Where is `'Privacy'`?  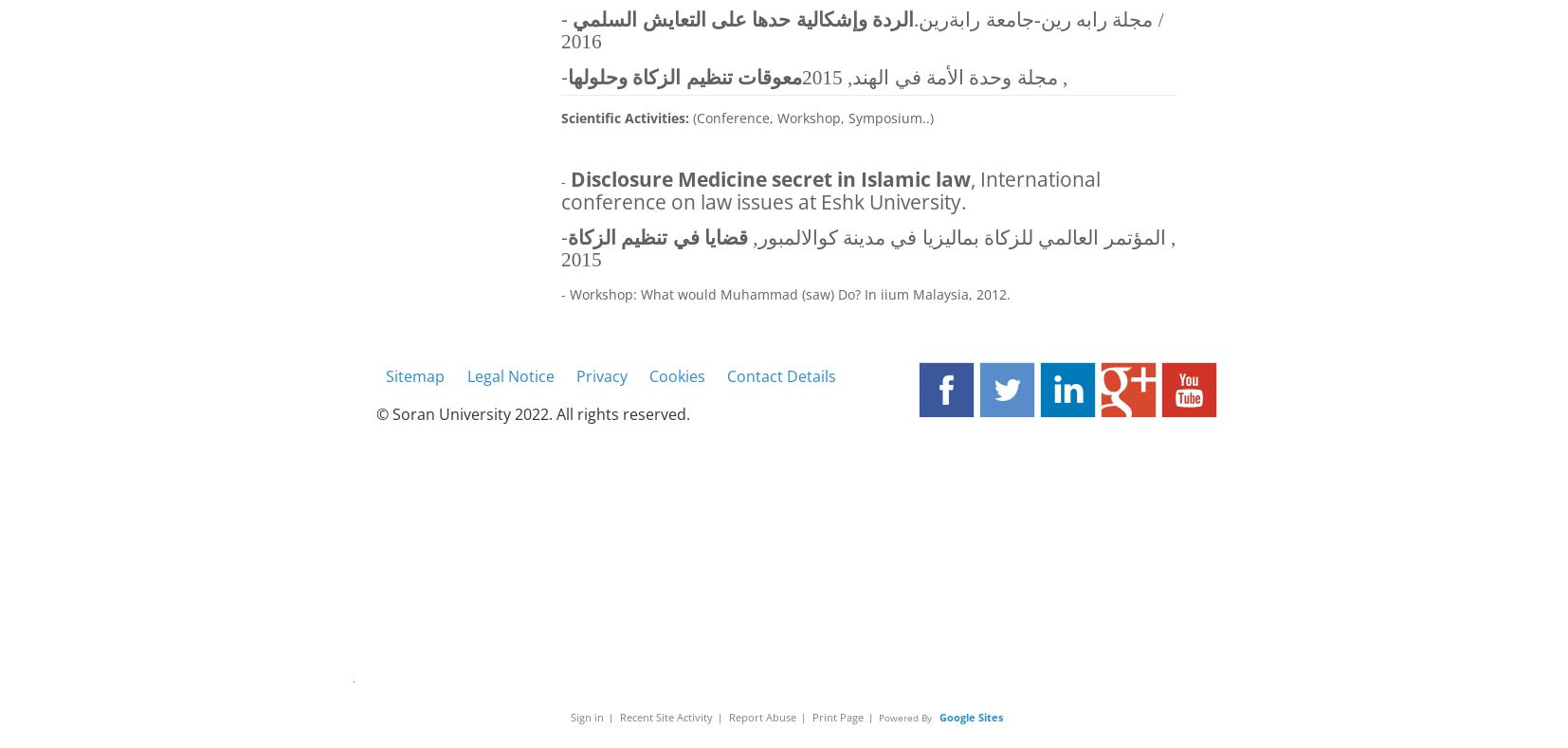 'Privacy' is located at coordinates (601, 374).